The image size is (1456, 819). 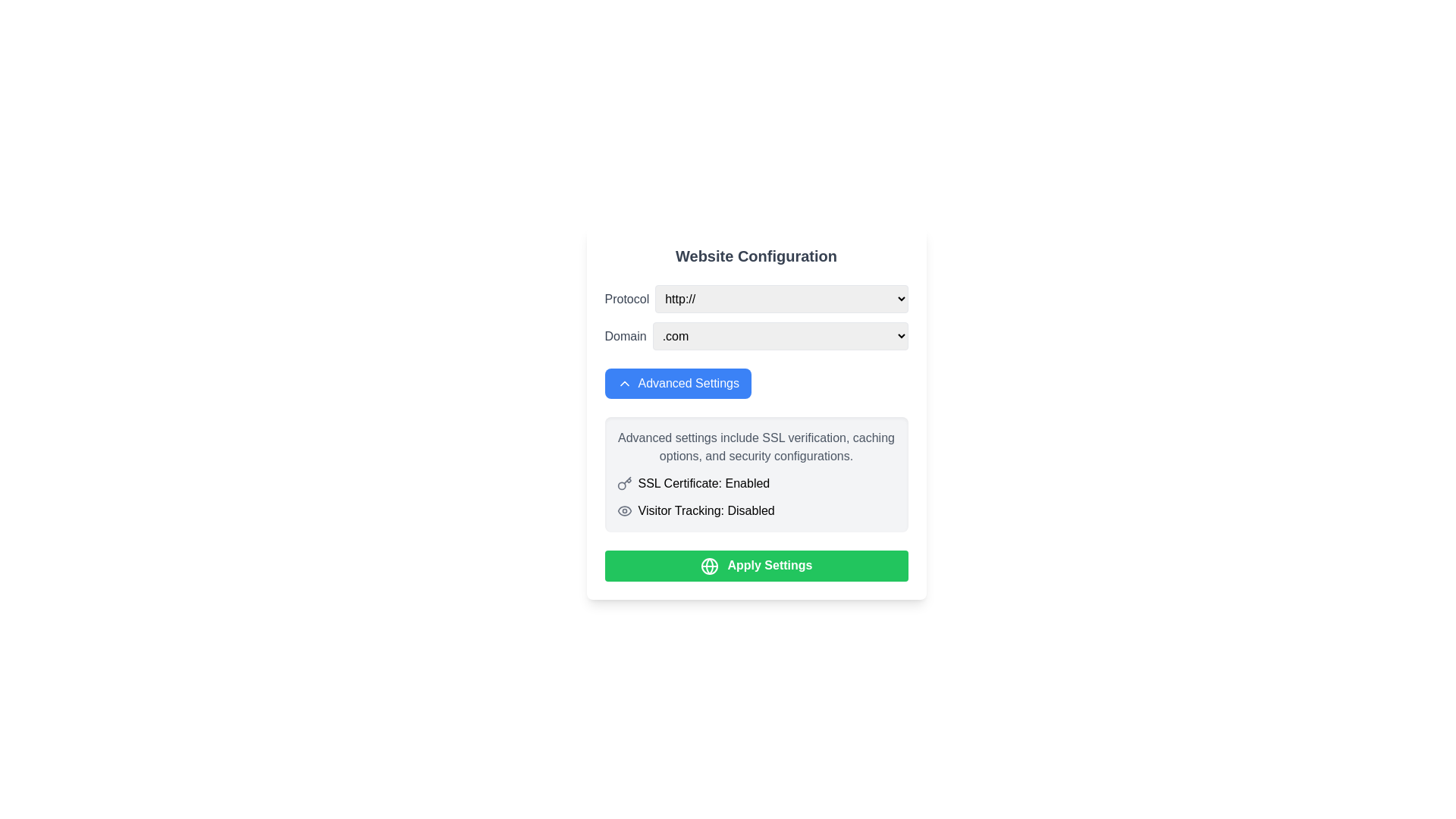 I want to click on the informative text label stating 'Visitor Tracking: Disabled', which is located next to an eye icon in the 'Advanced settings' section, so click(x=705, y=511).